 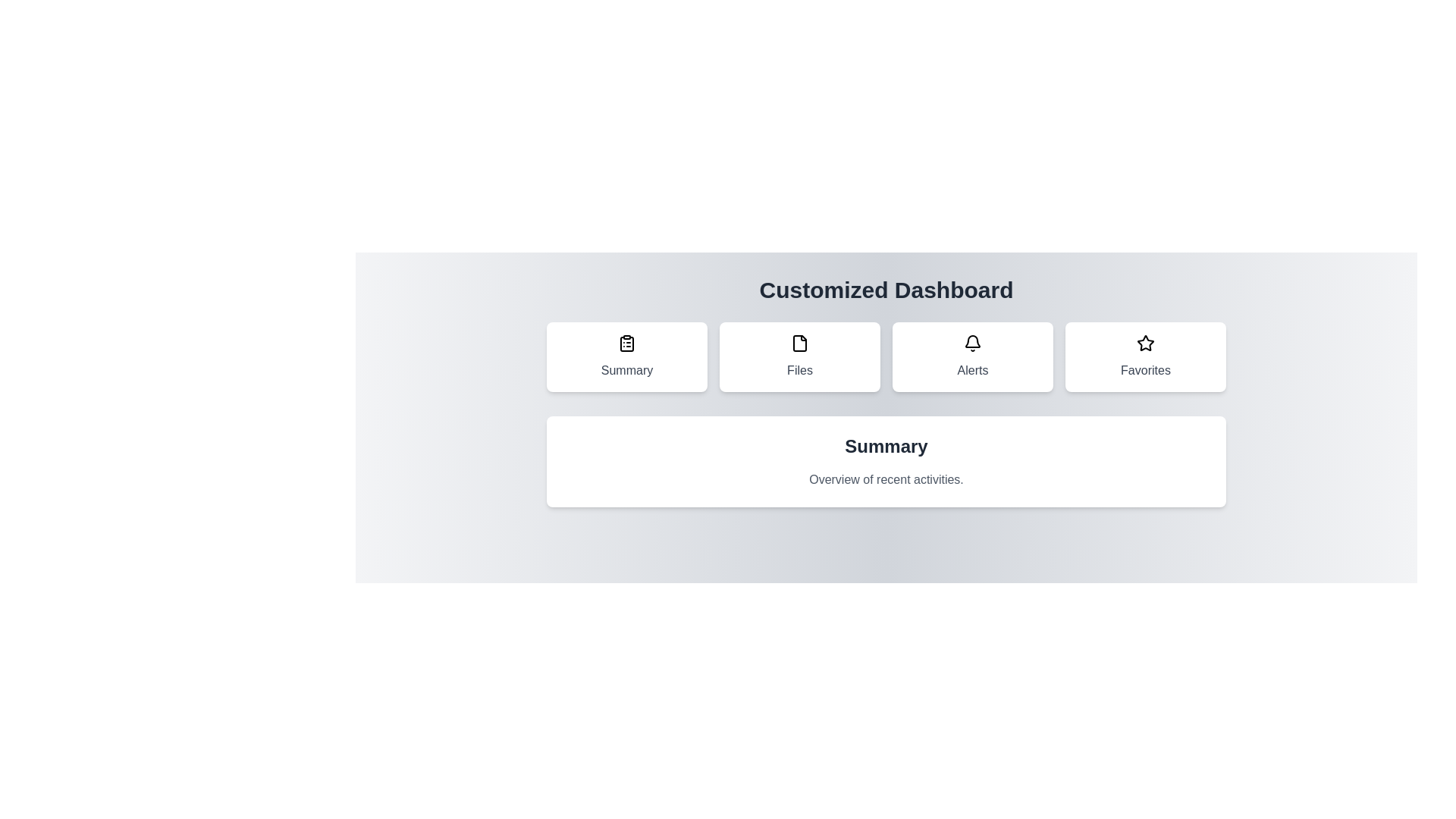 What do you see at coordinates (799, 343) in the screenshot?
I see `the folder outline icon located within the 'Files' button, which is the second button from the left in the top row of the dashboard` at bounding box center [799, 343].